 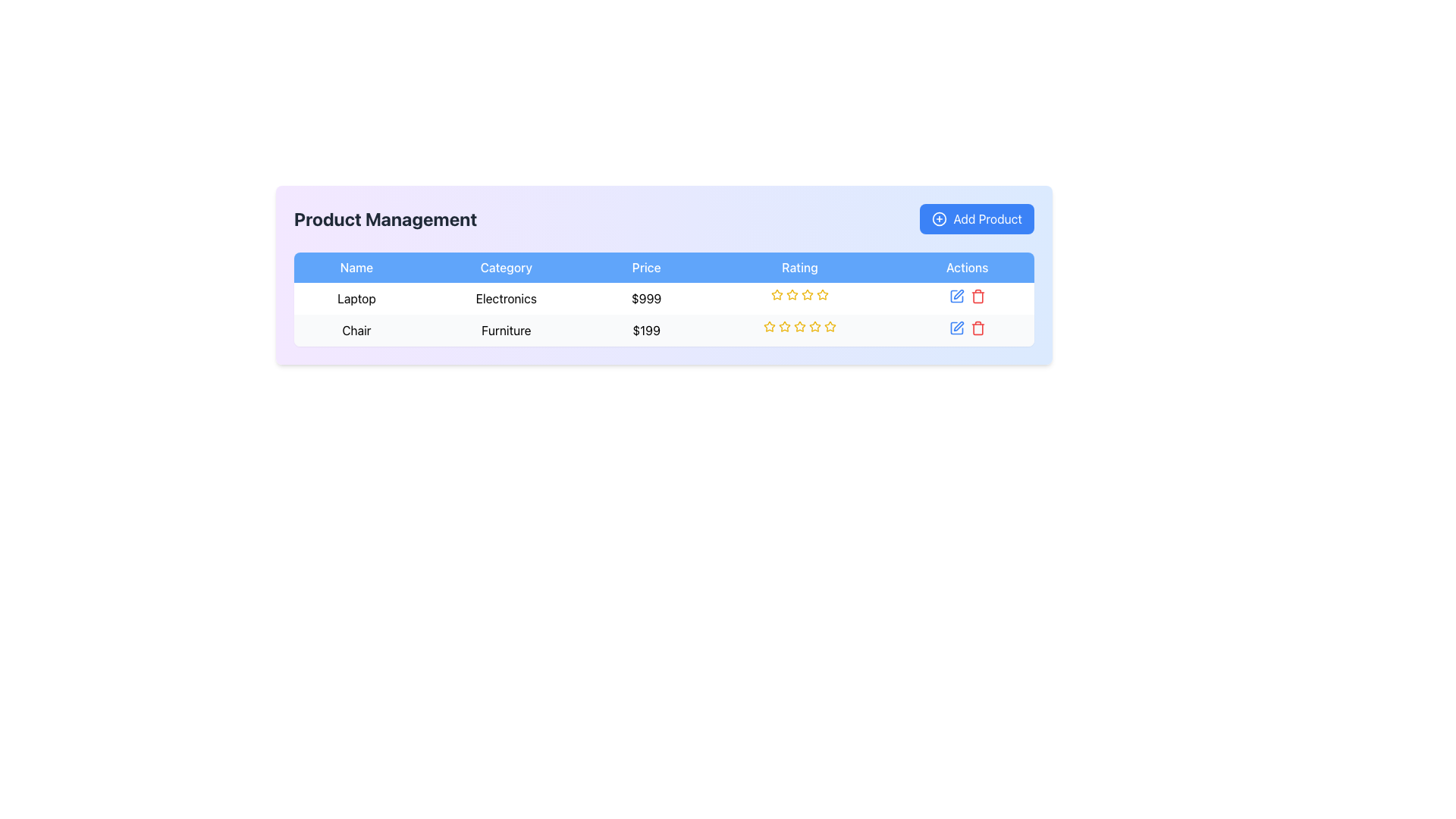 What do you see at coordinates (799, 325) in the screenshot?
I see `the third star icon with a yellow outline in the rating section of the 'Chair' entry to rate` at bounding box center [799, 325].